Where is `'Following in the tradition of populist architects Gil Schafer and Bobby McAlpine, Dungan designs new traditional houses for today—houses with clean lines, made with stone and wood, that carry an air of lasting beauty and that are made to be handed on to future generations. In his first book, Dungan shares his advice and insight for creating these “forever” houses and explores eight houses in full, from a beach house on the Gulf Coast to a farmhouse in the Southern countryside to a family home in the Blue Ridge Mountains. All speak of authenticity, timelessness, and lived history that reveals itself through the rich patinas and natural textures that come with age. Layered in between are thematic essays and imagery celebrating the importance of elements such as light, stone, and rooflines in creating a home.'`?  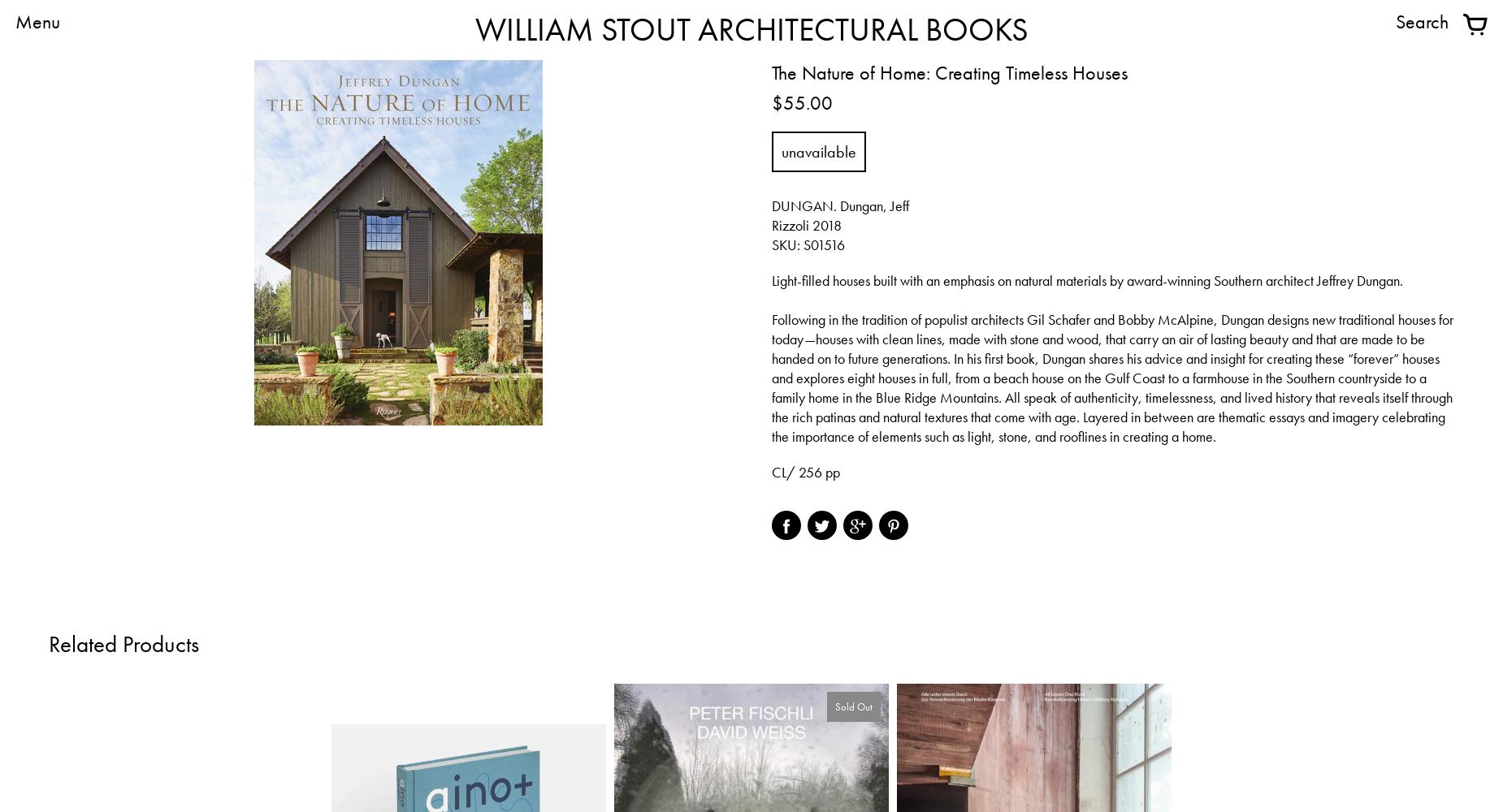 'Following in the tradition of populist architects Gil Schafer and Bobby McAlpine, Dungan designs new traditional houses for today—houses with clean lines, made with stone and wood, that carry an air of lasting beauty and that are made to be handed on to future generations. In his first book, Dungan shares his advice and insight for creating these “forever” houses and explores eight houses in full, from a beach house on the Gulf Coast to a farmhouse in the Southern countryside to a family home in the Blue Ridge Mountains. All speak of authenticity, timelessness, and lived history that reveals itself through the rich patinas and natural textures that come with age. Layered in between are thematic essays and imagery celebrating the importance of elements such as light, stone, and rooflines in creating a home.' is located at coordinates (1111, 377).